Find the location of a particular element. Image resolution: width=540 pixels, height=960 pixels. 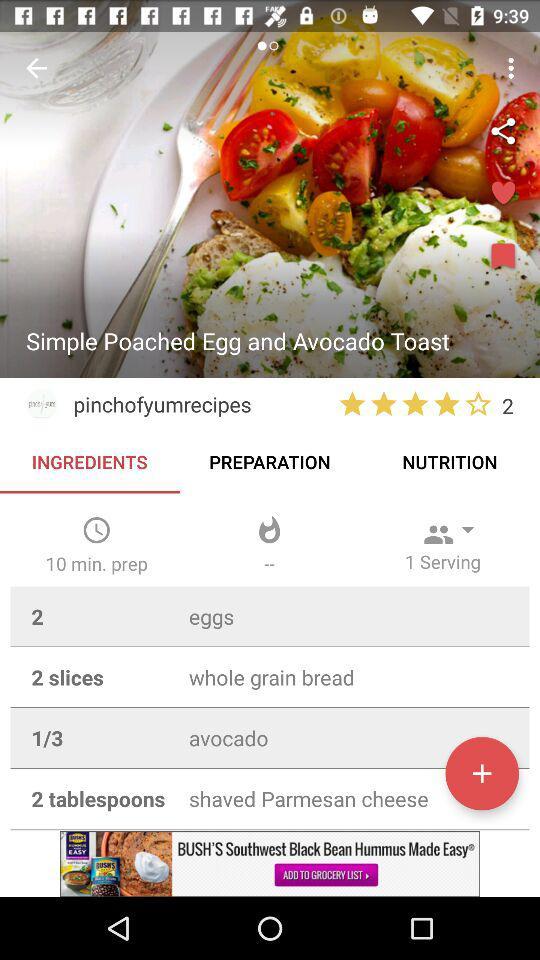

the share icon is located at coordinates (502, 130).